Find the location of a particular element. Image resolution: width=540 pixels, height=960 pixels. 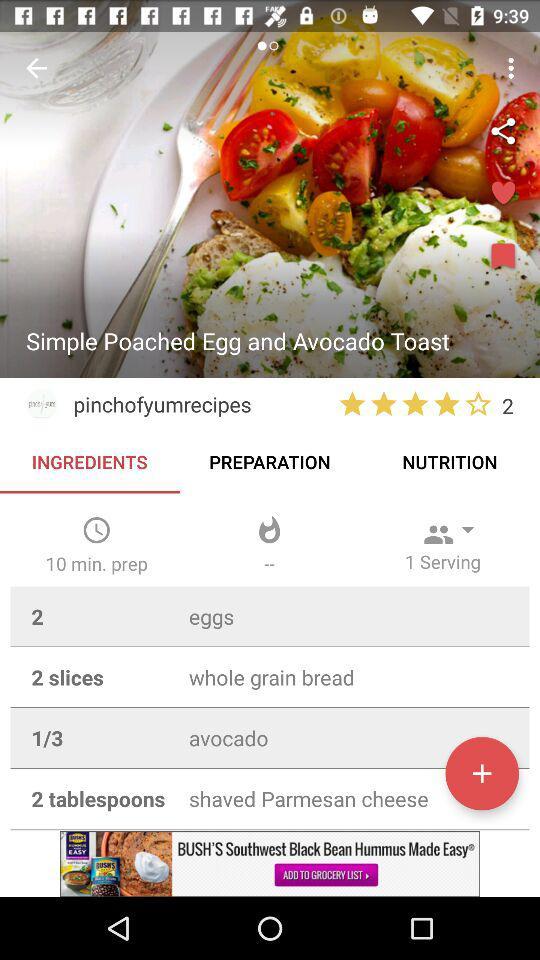

the share icon is located at coordinates (502, 130).